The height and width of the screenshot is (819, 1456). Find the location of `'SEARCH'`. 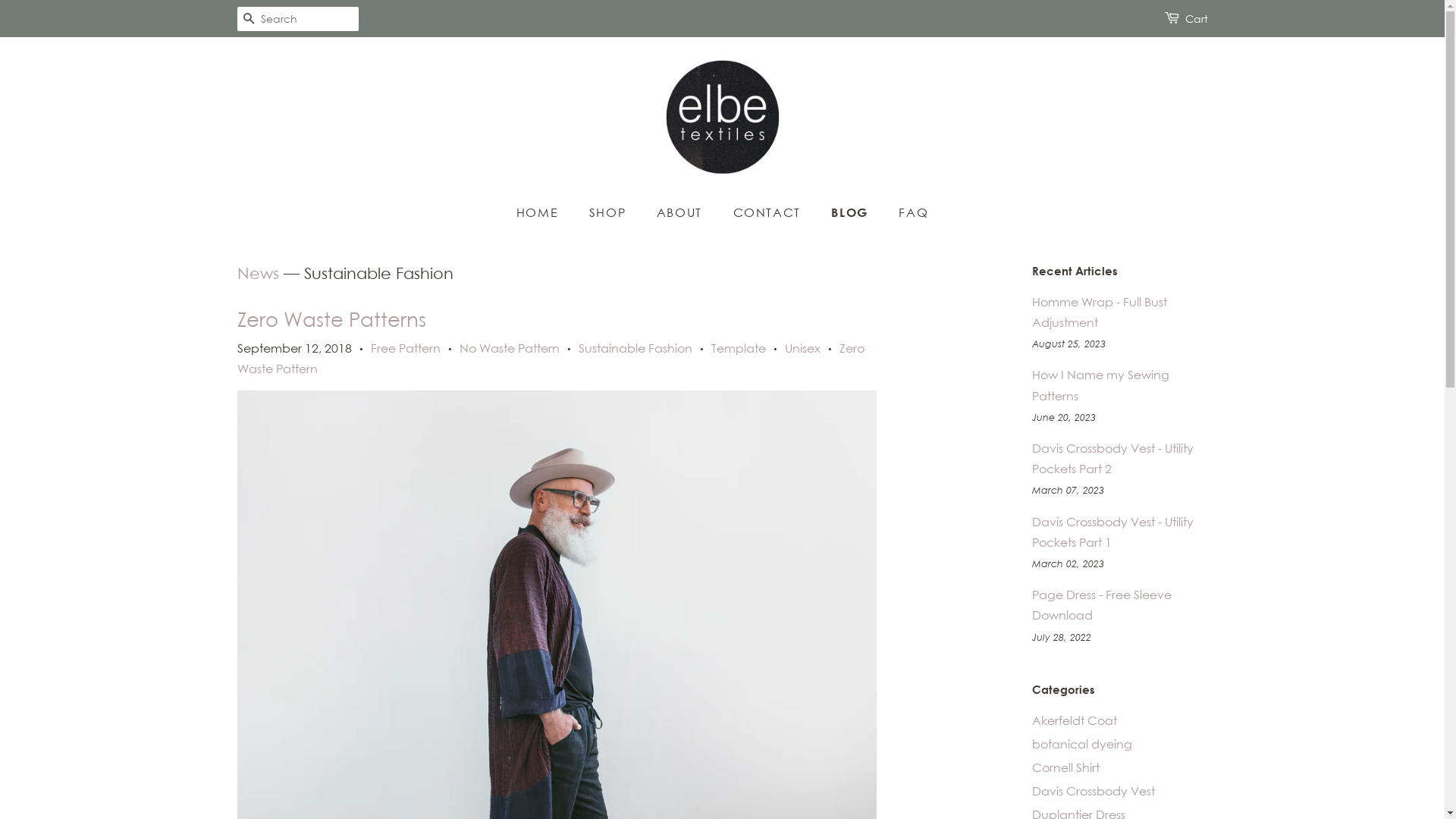

'SEARCH' is located at coordinates (248, 19).